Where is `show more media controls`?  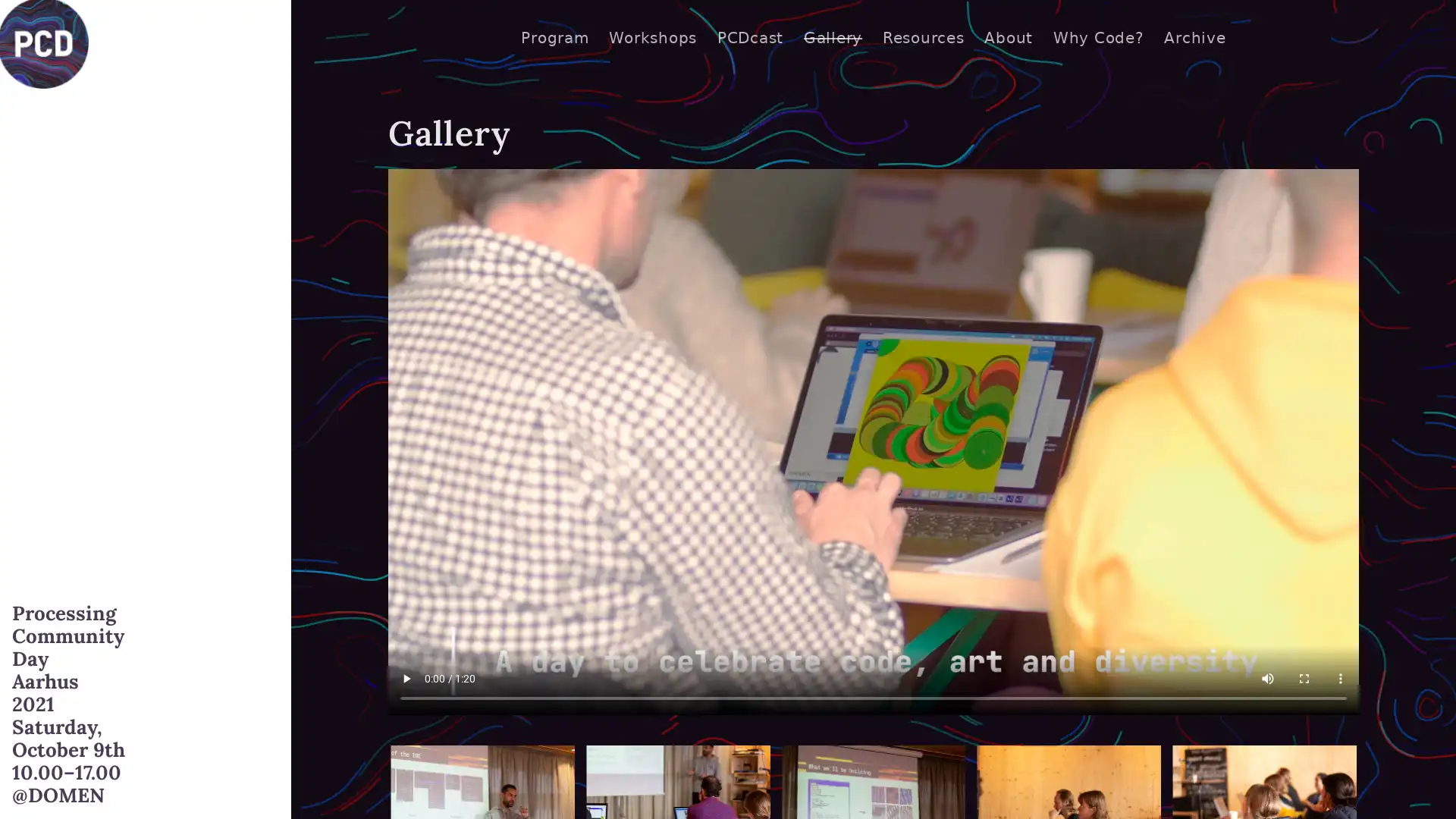
show more media controls is located at coordinates (1340, 677).